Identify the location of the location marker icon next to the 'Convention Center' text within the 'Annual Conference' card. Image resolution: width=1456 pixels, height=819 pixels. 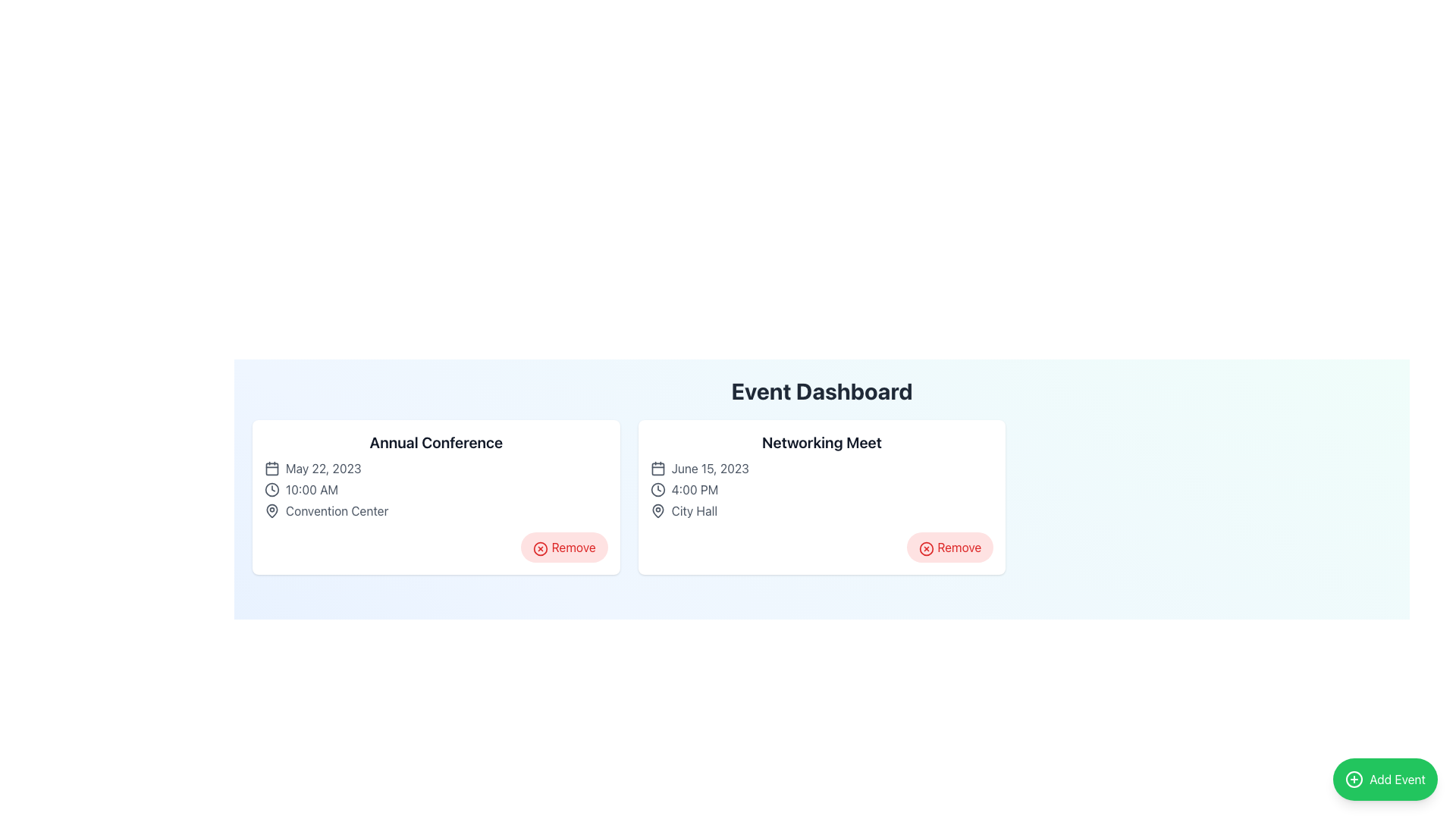
(272, 510).